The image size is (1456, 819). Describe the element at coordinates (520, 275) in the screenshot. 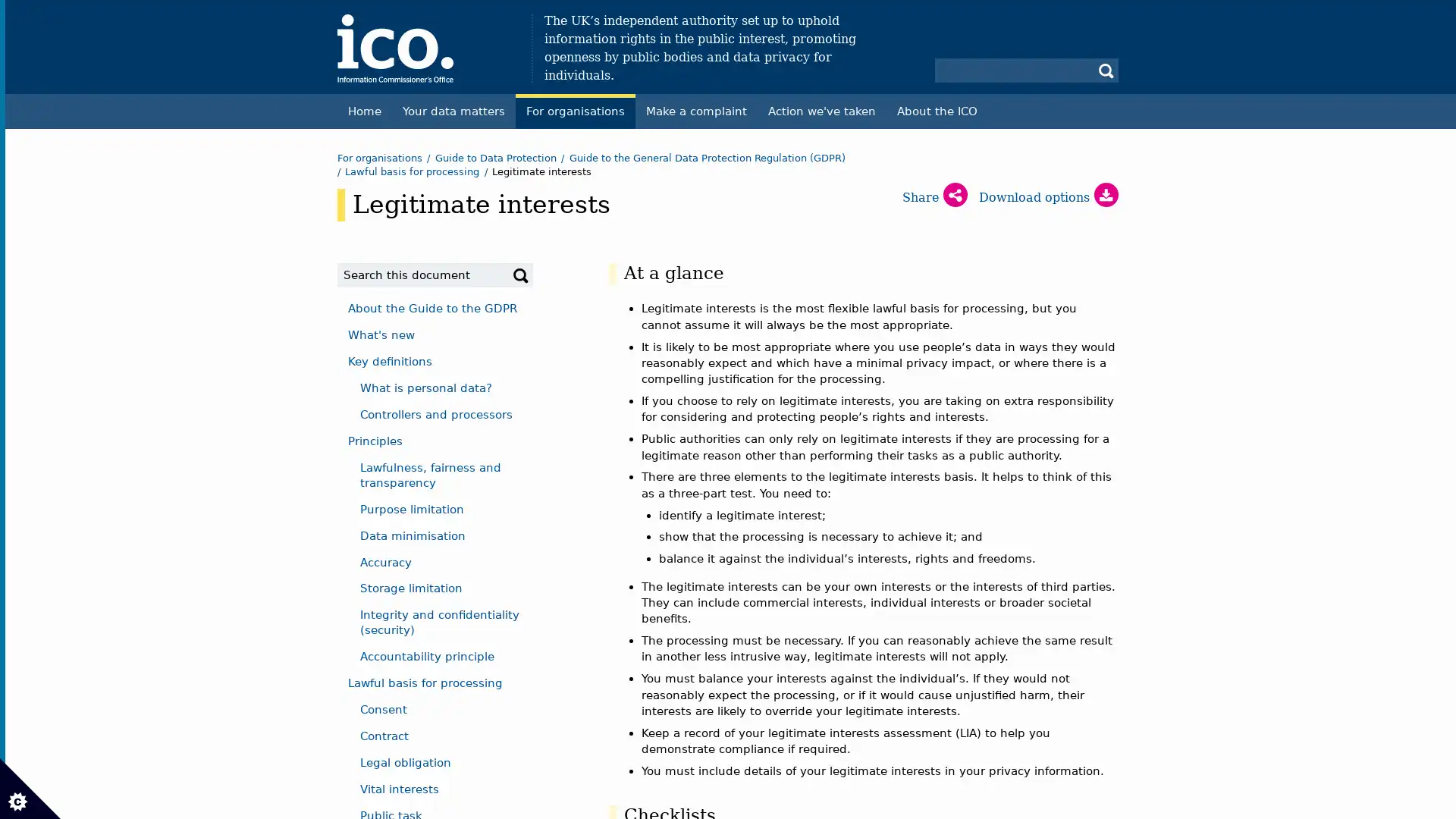

I see `Search` at that location.